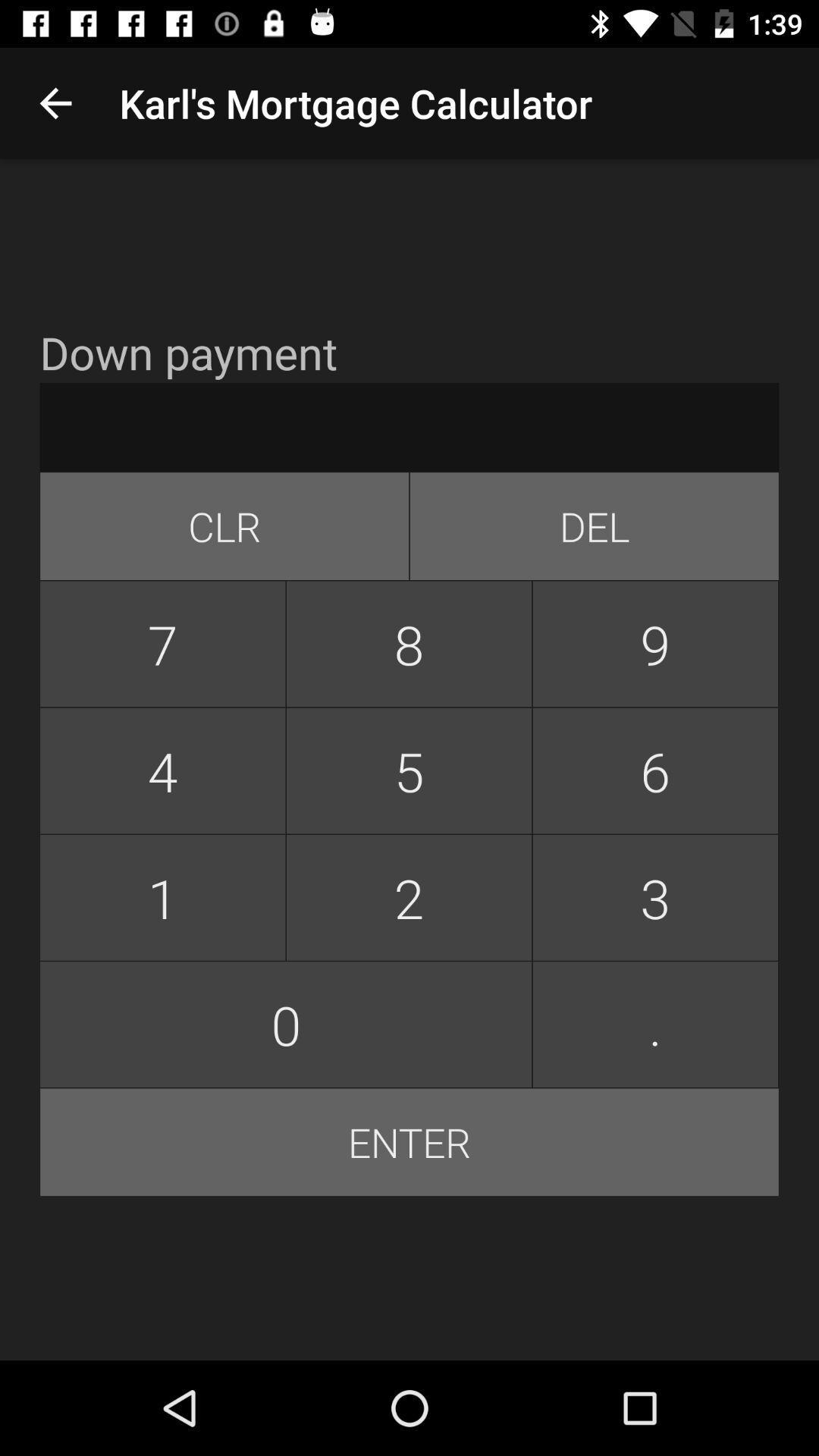  What do you see at coordinates (408, 897) in the screenshot?
I see `the 2` at bounding box center [408, 897].